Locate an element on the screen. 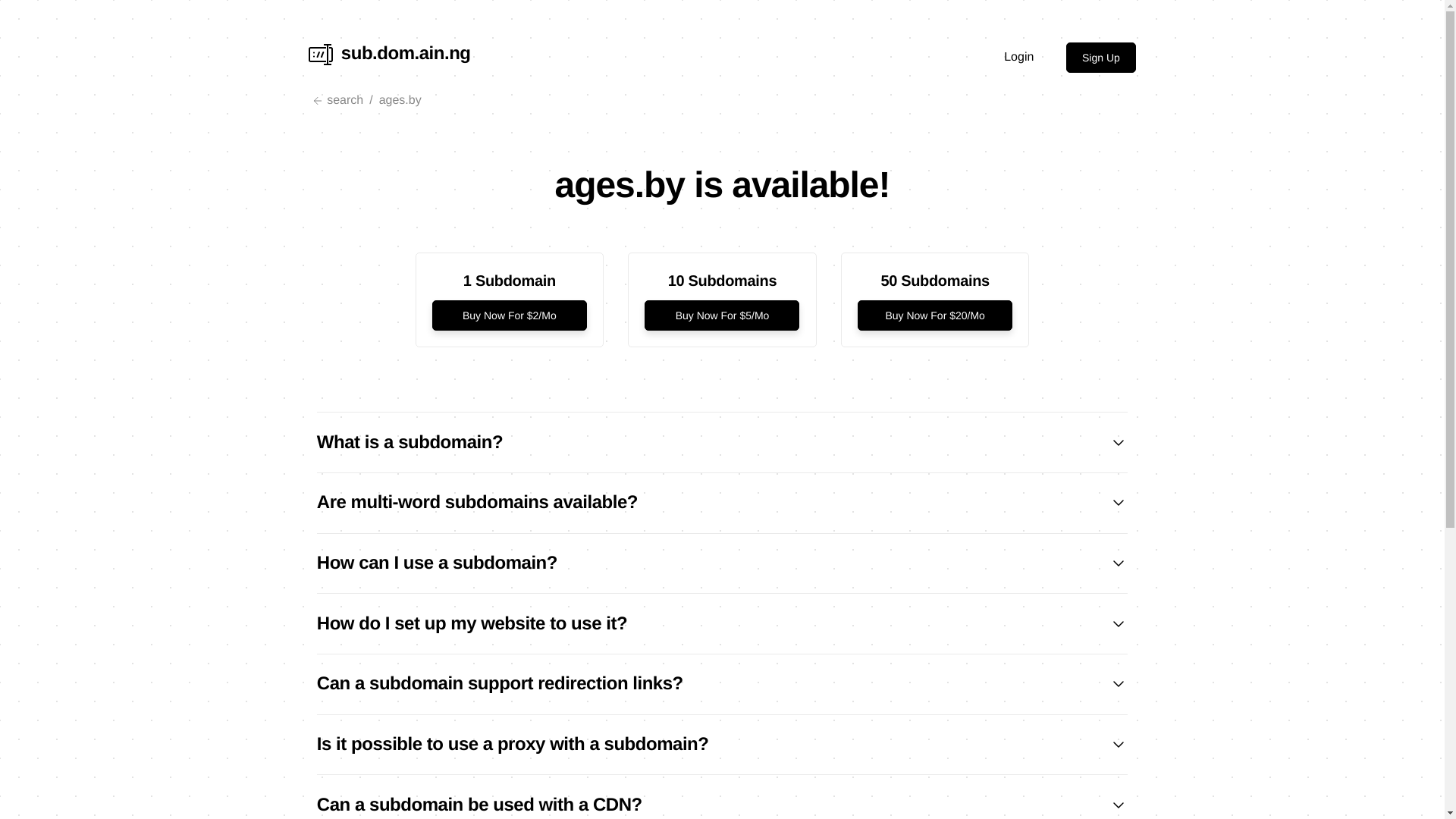 The height and width of the screenshot is (819, 1456). 'Buy Now For $2/Mo' is located at coordinates (510, 315).